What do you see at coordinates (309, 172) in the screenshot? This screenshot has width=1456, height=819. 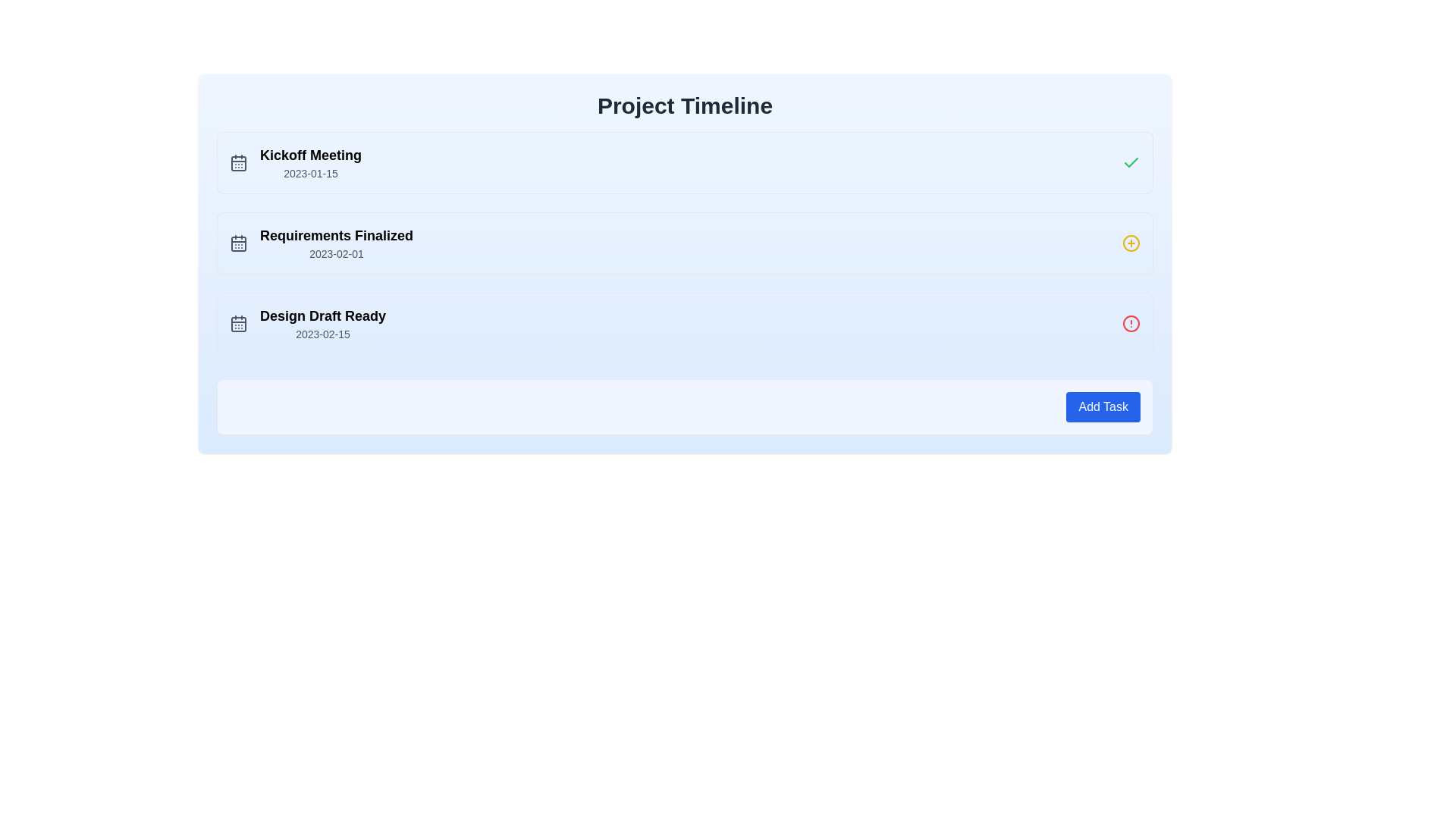 I see `the static text label displaying the date '2023-01-15', which is positioned below the bold text label 'Kickoff Meeting' in the first card of the vertical list` at bounding box center [309, 172].